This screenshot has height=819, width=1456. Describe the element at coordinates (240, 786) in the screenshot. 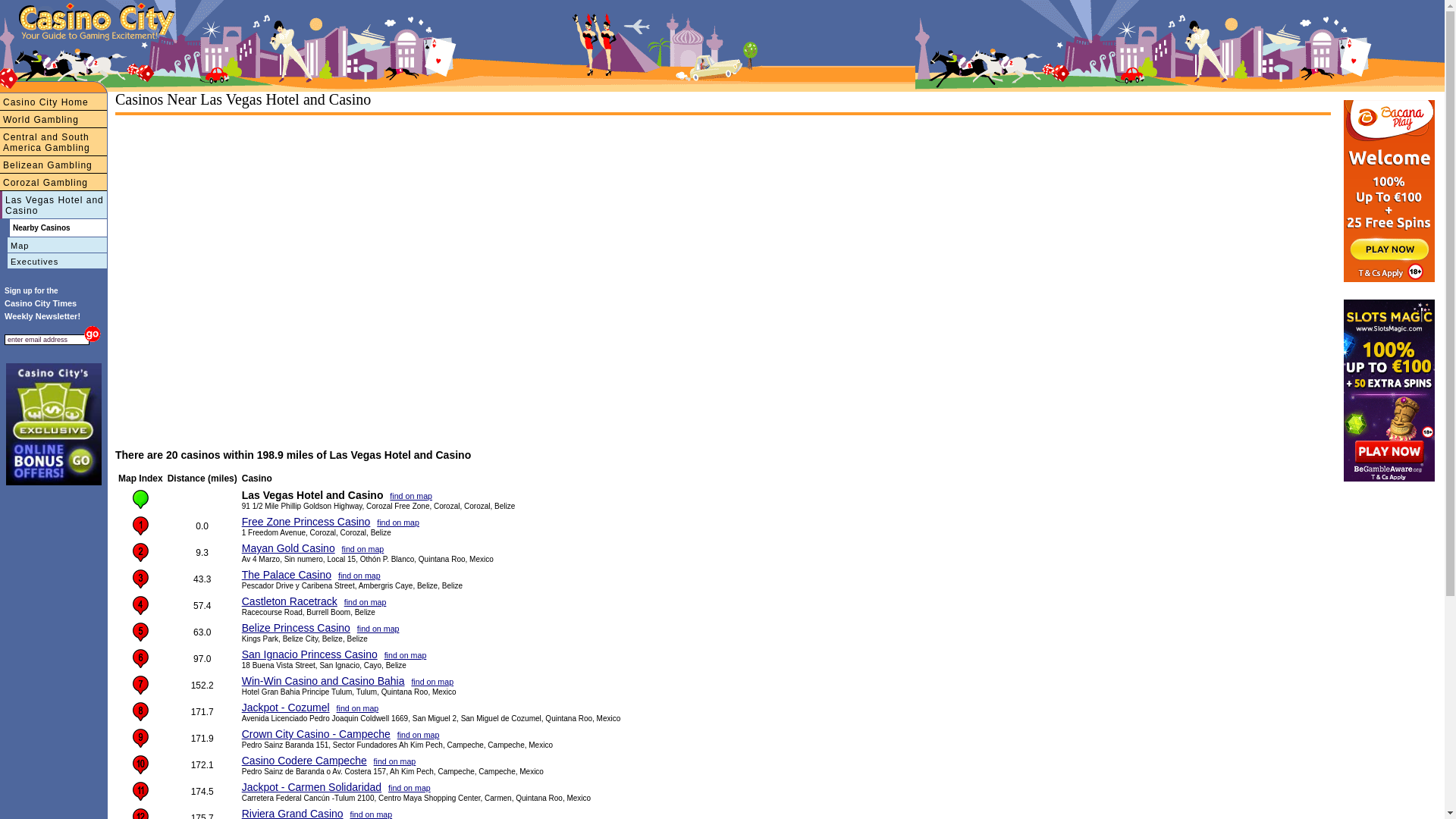

I see `'Jackpot - Carmen Solidaridad'` at that location.